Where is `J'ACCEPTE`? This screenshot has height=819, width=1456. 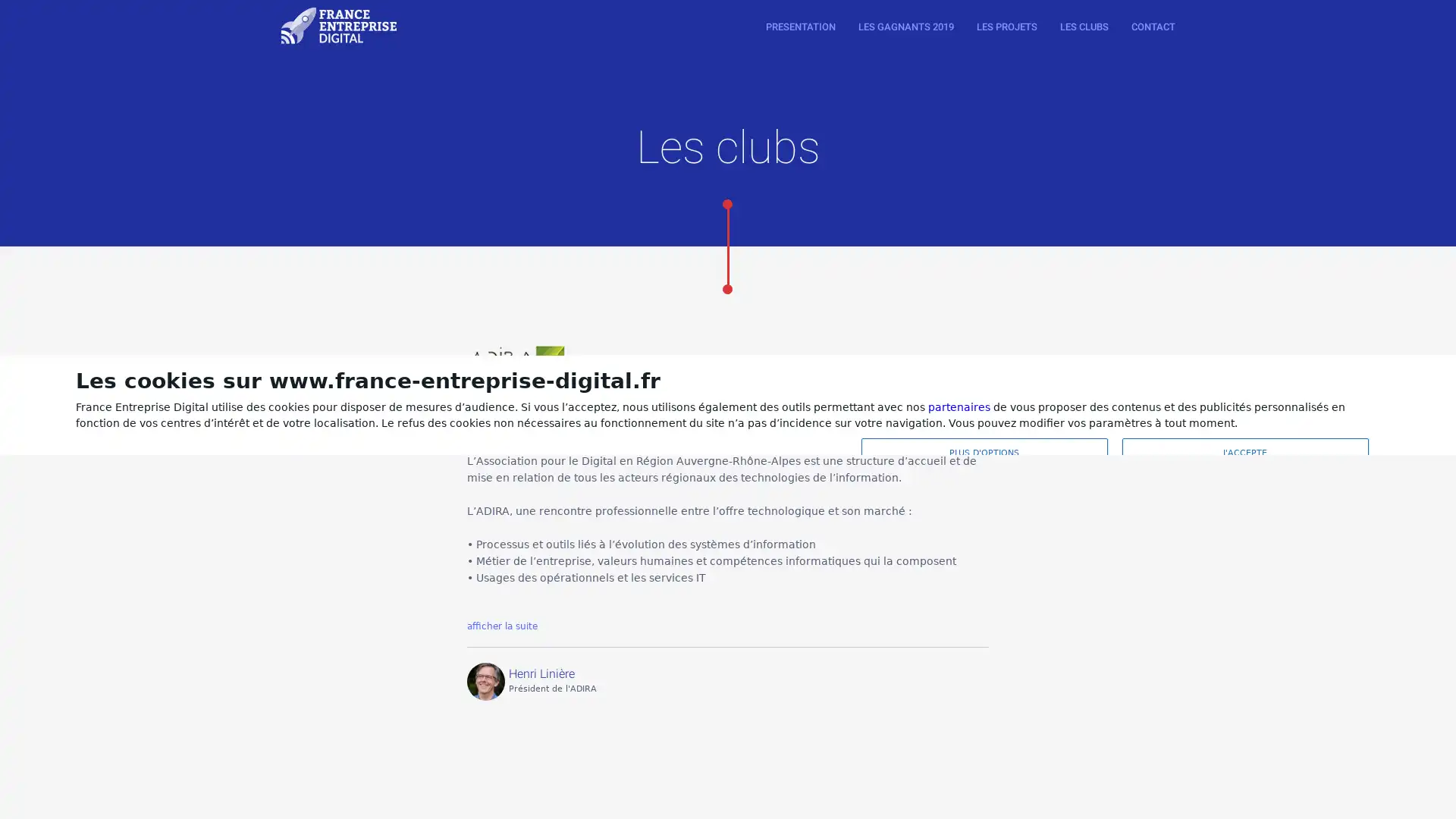
J'ACCEPTE is located at coordinates (1244, 450).